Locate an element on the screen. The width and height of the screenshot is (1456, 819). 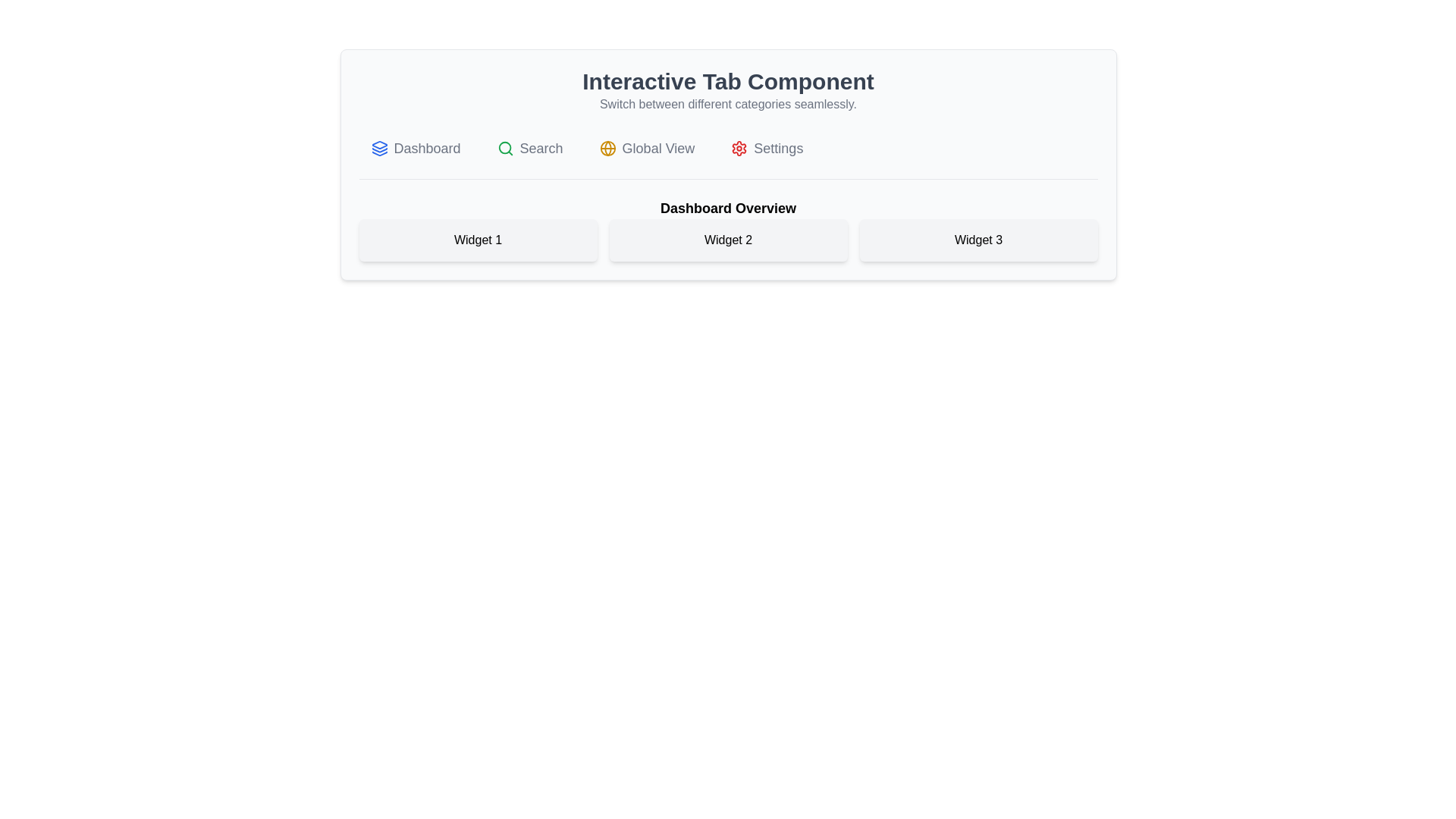
an item in the Navigation Bar located below the title 'Interactive Tab Component' is located at coordinates (728, 155).